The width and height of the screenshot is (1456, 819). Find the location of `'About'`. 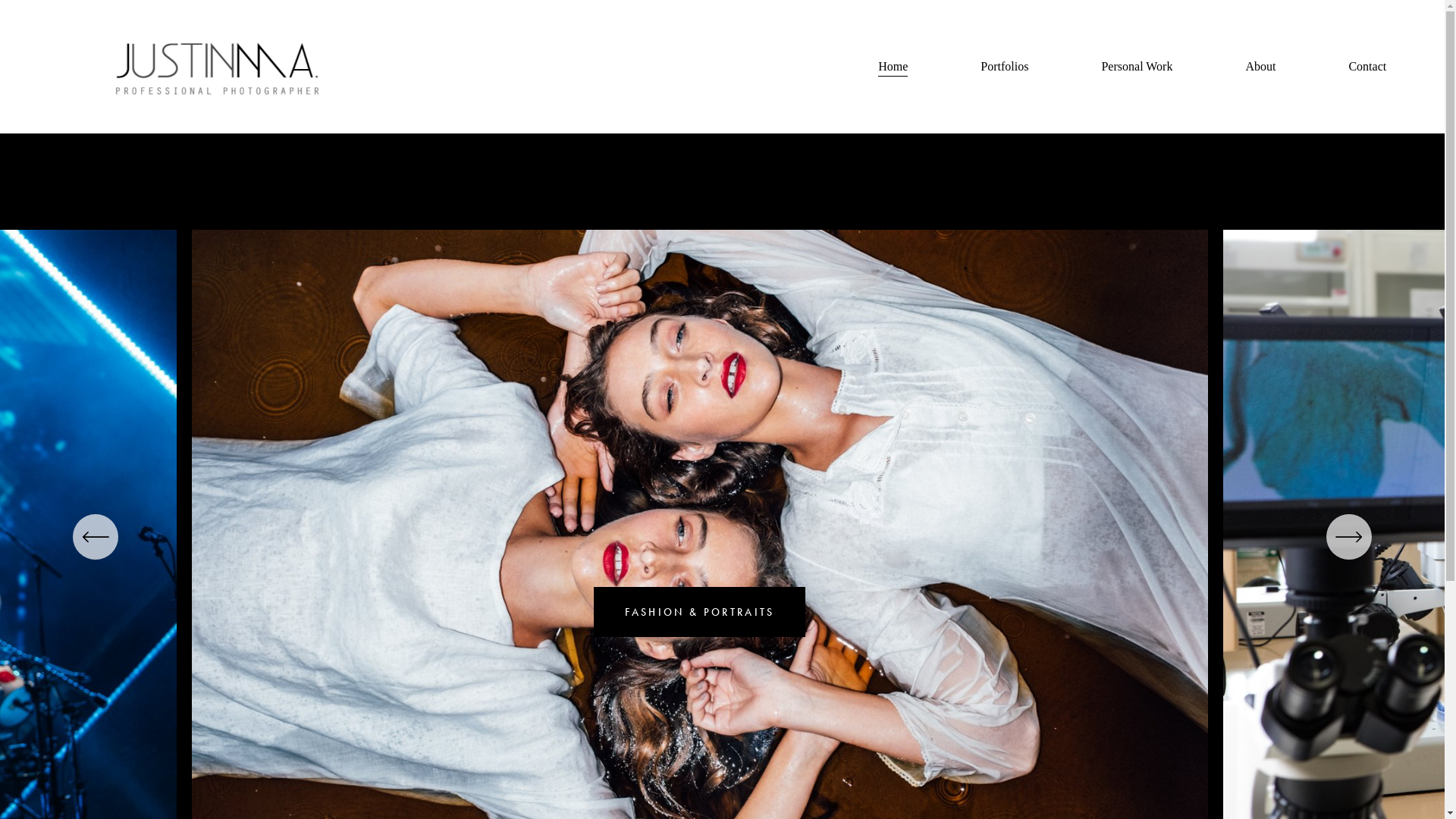

'About' is located at coordinates (1260, 66).